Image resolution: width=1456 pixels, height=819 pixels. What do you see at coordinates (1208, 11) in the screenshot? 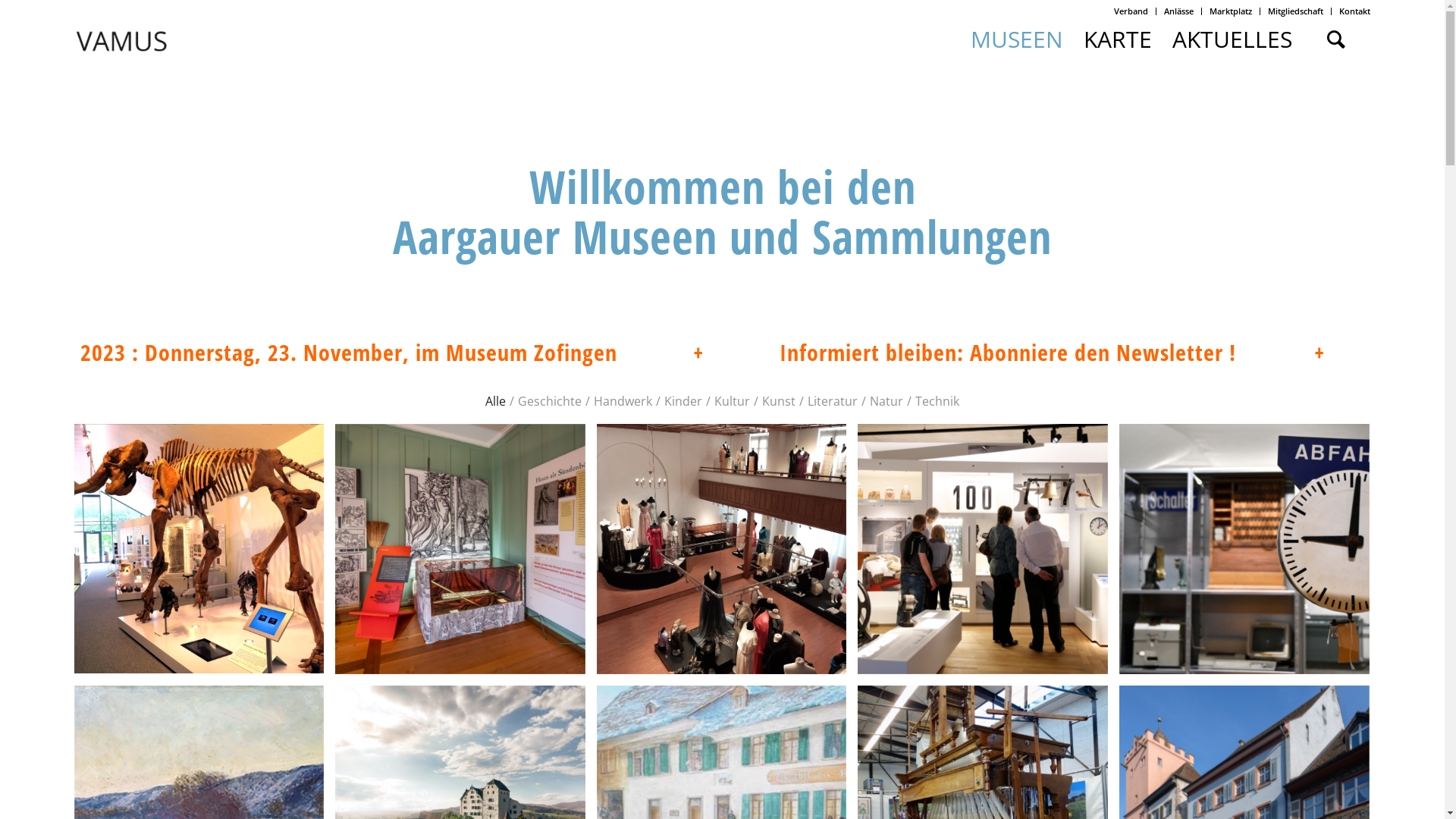
I see `'Marktplatz'` at bounding box center [1208, 11].